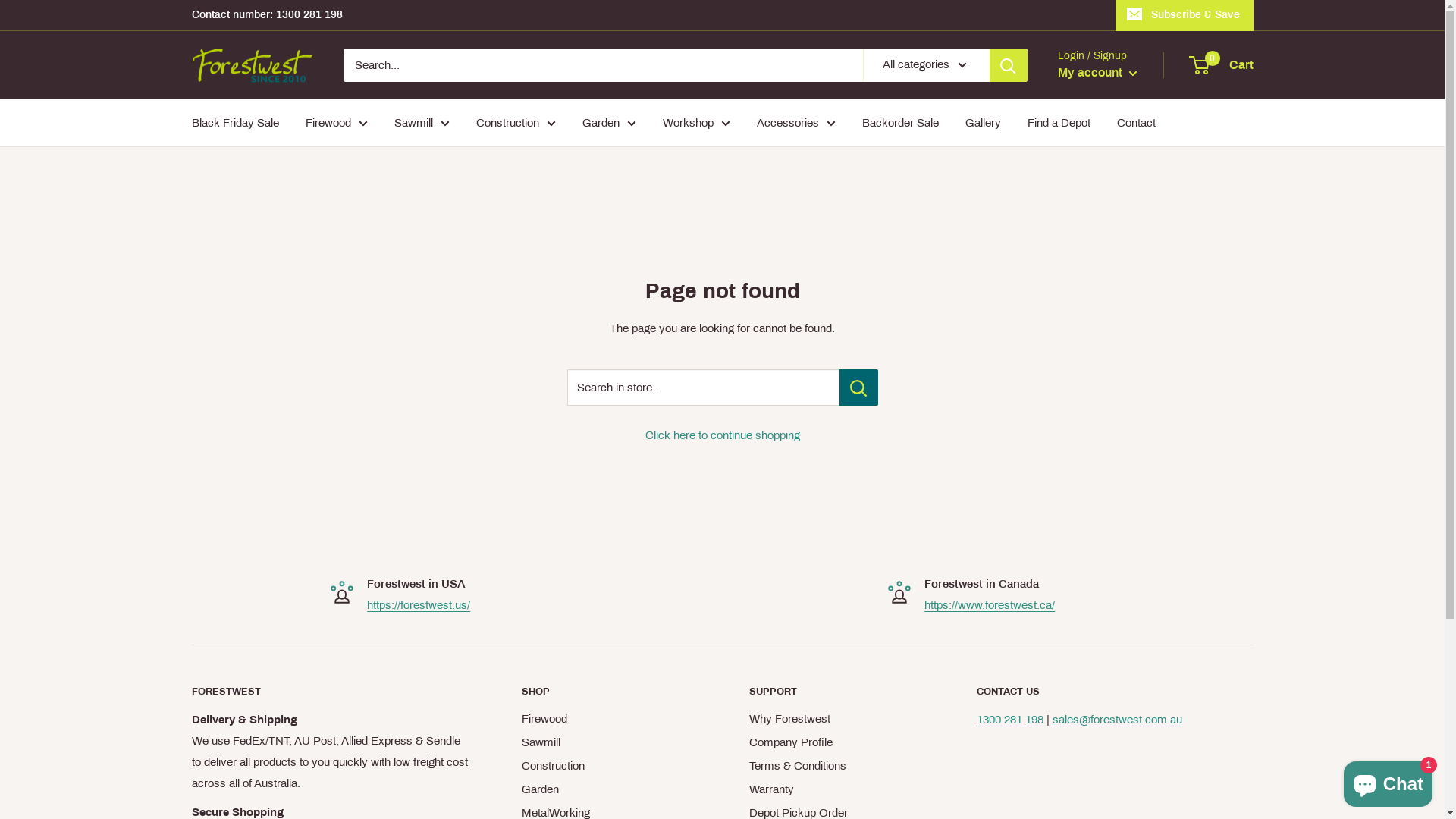 Image resolution: width=1456 pixels, height=819 pixels. I want to click on 'Company Profile', so click(836, 742).